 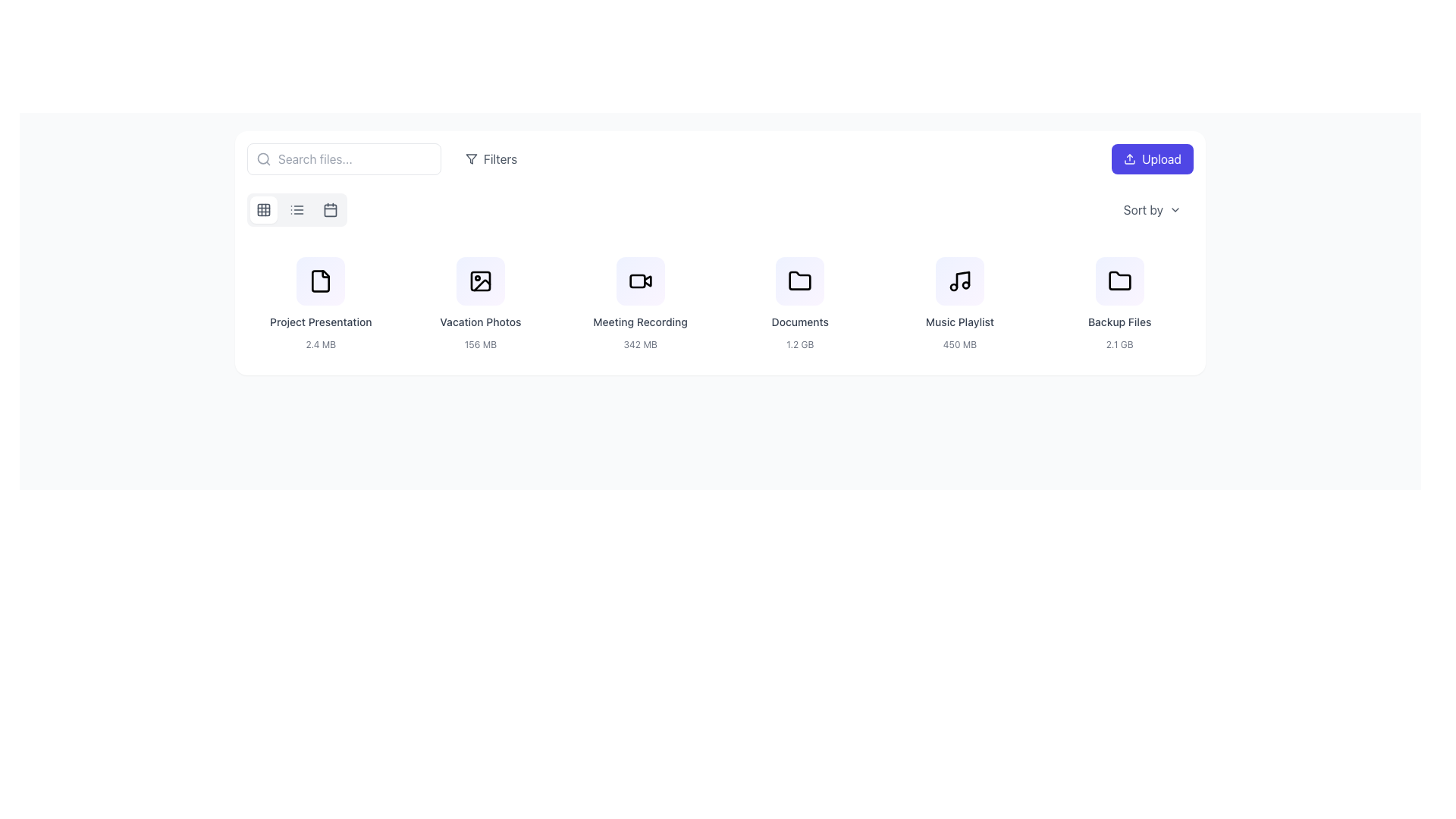 I want to click on the playback symbol icon, which is a triangular shape pointing to the right, located centrally within the 'Meeting Recording' card on the second row of the interface for visual feedback, so click(x=648, y=281).